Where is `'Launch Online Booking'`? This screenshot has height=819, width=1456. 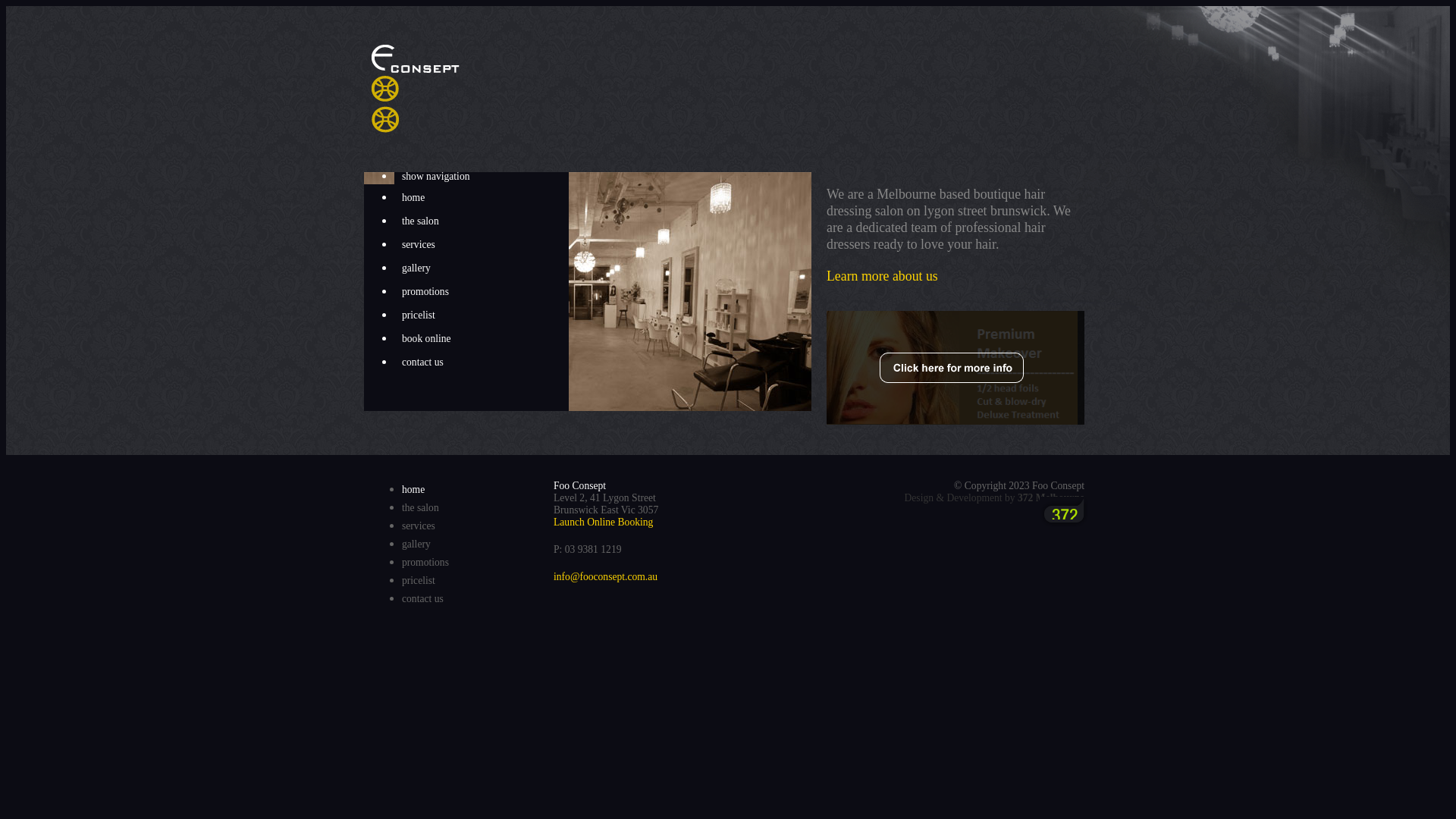 'Launch Online Booking' is located at coordinates (552, 521).